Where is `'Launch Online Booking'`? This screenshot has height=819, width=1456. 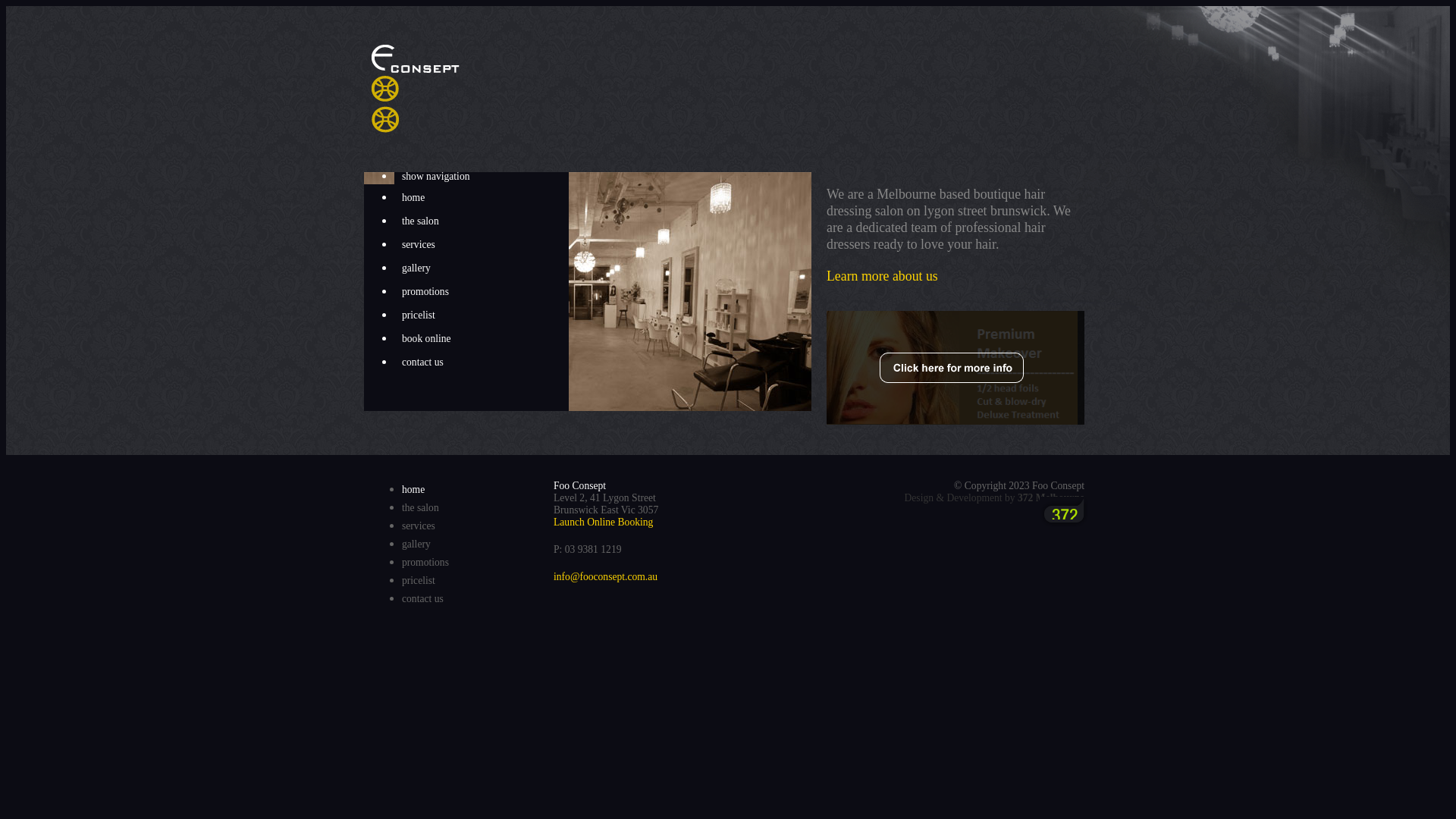 'Launch Online Booking' is located at coordinates (552, 521).